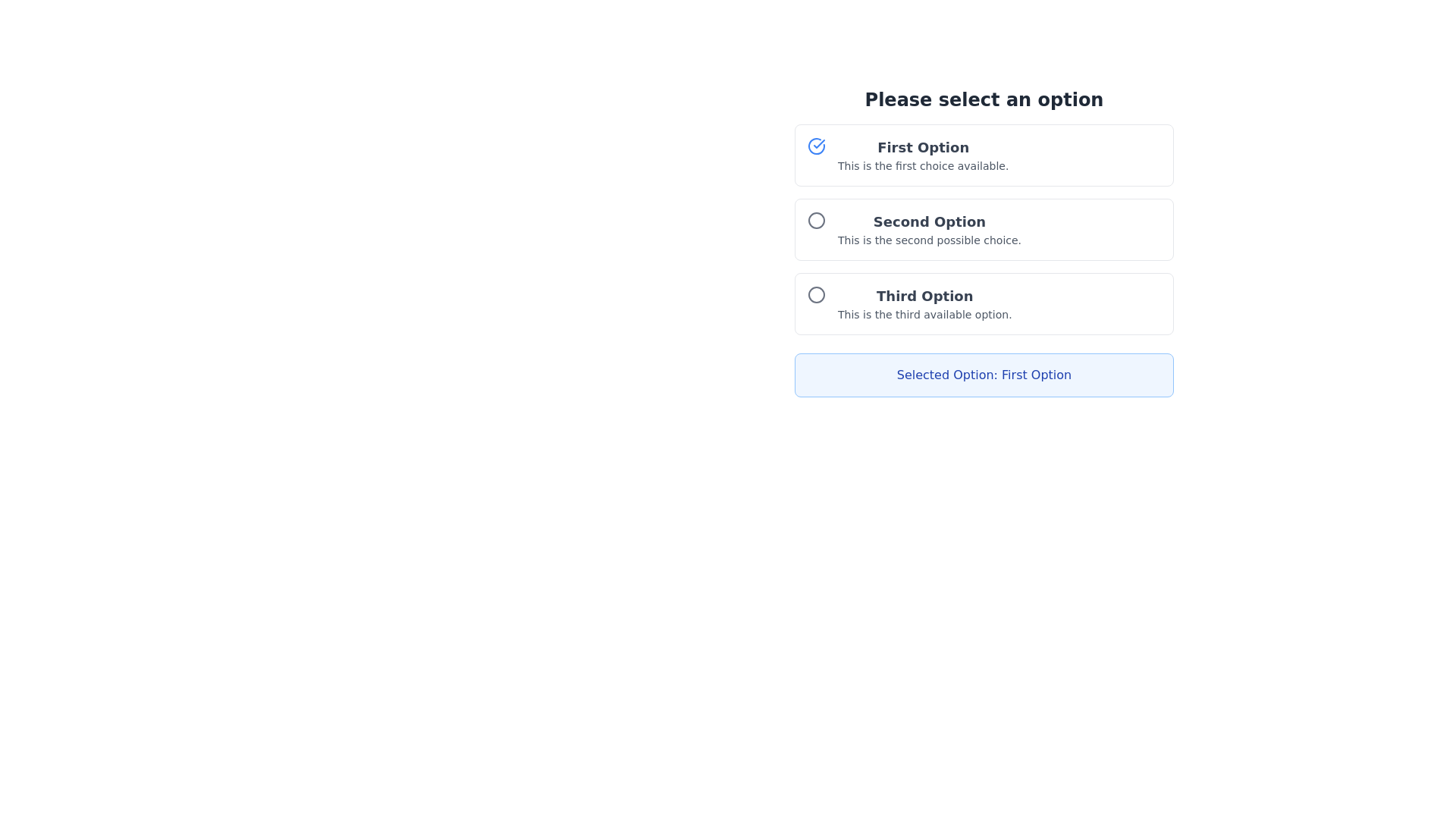 The image size is (1456, 819). Describe the element at coordinates (984, 230) in the screenshot. I see `the interactive selection list located centrally below the 'Please select an option' text` at that location.